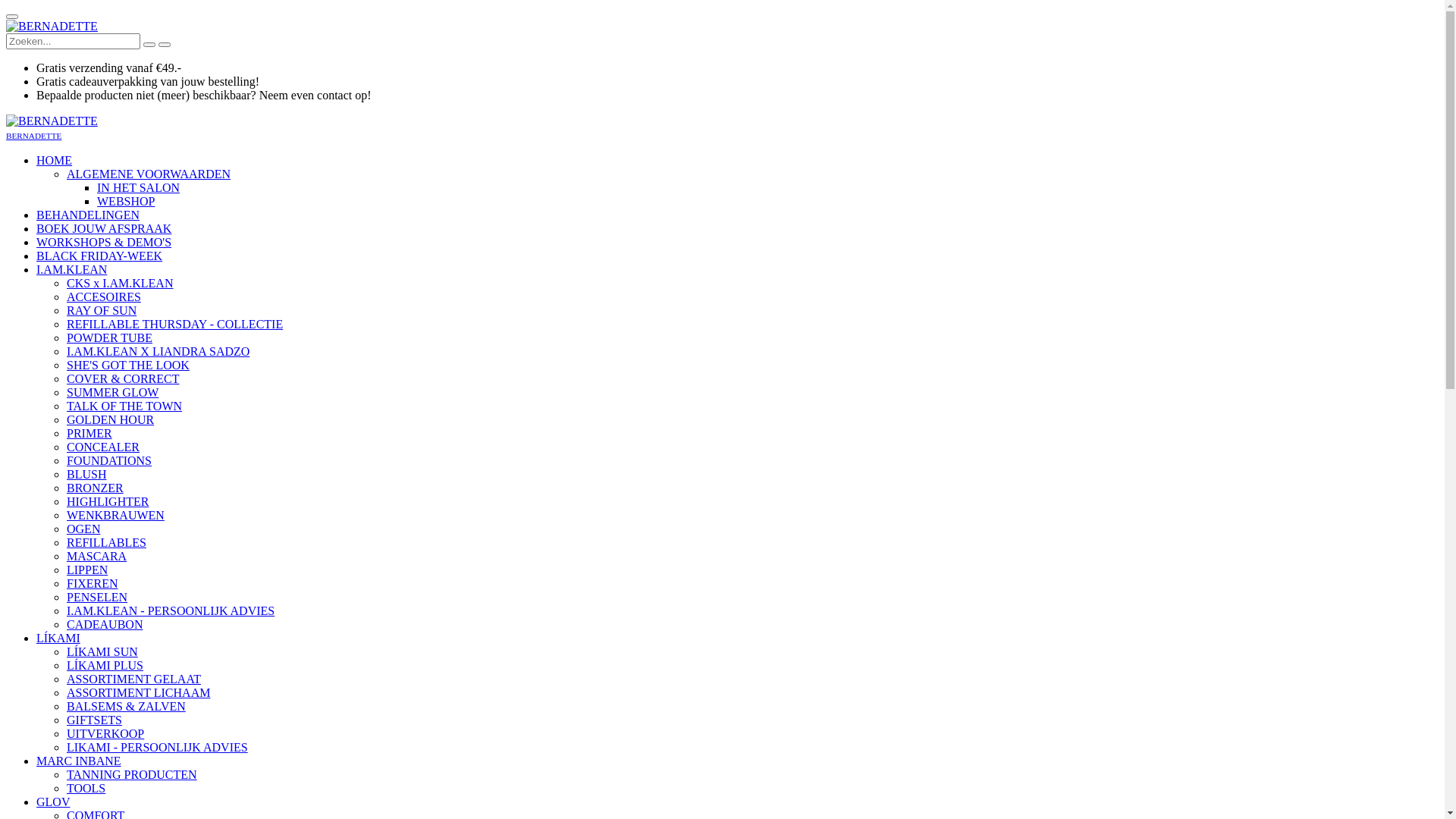 This screenshot has height=819, width=1456. Describe the element at coordinates (105, 541) in the screenshot. I see `'REFILLABLES'` at that location.